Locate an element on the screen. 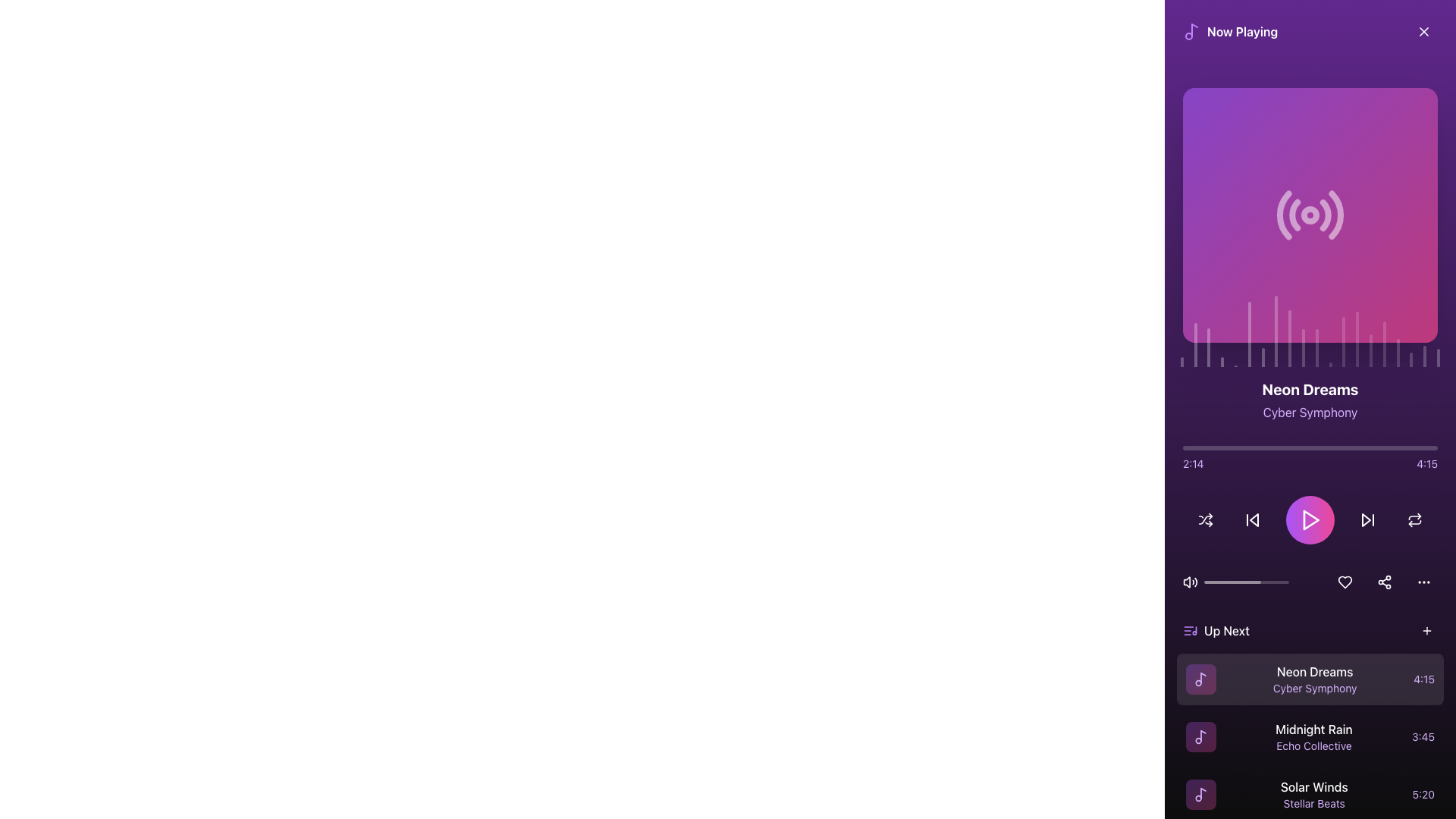 The image size is (1456, 819). the Text Label that indicates the start of the 'Up Next' list, located near the bottom-right corner of the application interface is located at coordinates (1226, 631).